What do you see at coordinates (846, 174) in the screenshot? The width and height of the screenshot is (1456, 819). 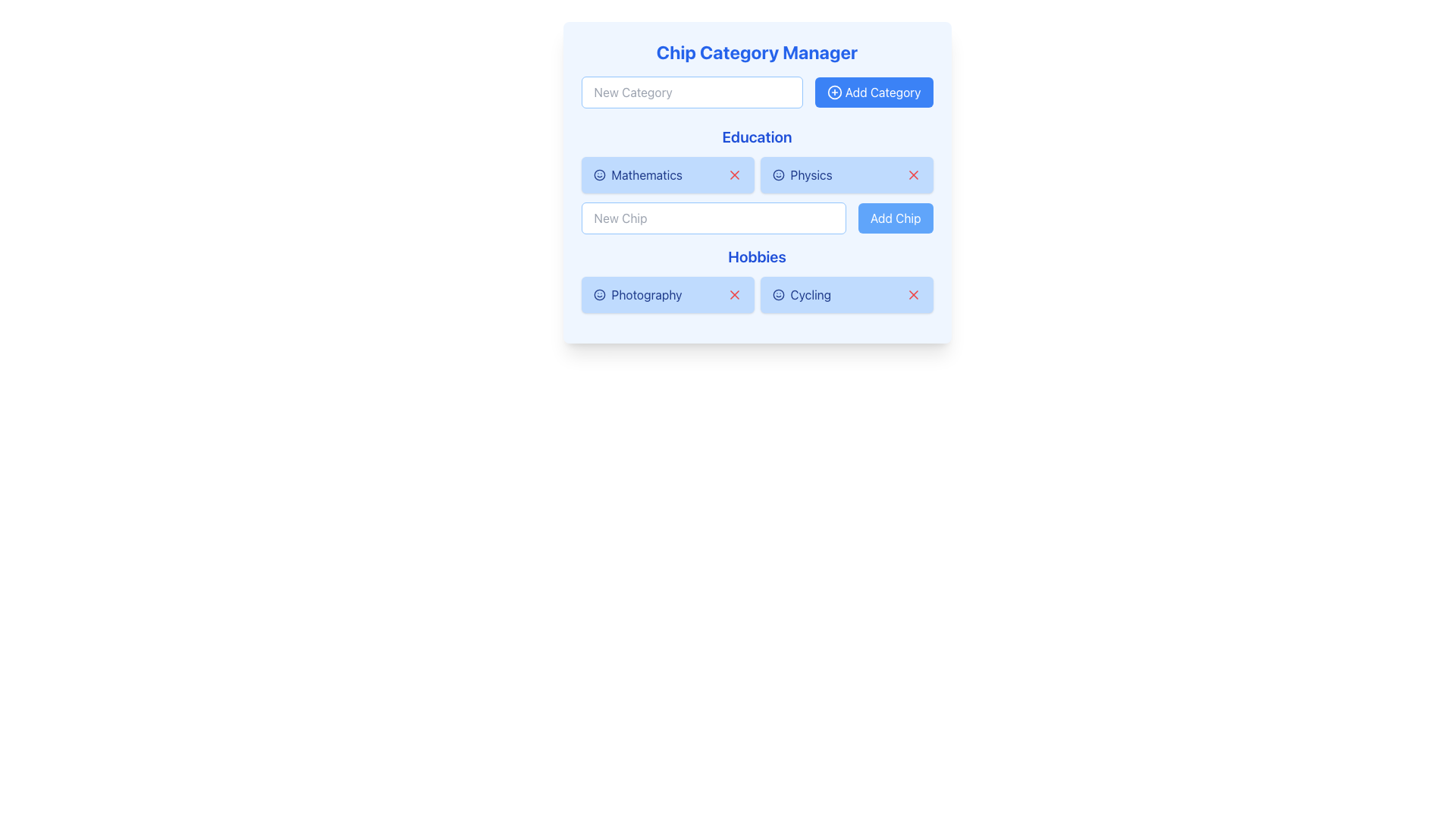 I see `on the 'Physics' Interactive Chip, which is the second item in the 'Education' category group, located` at bounding box center [846, 174].